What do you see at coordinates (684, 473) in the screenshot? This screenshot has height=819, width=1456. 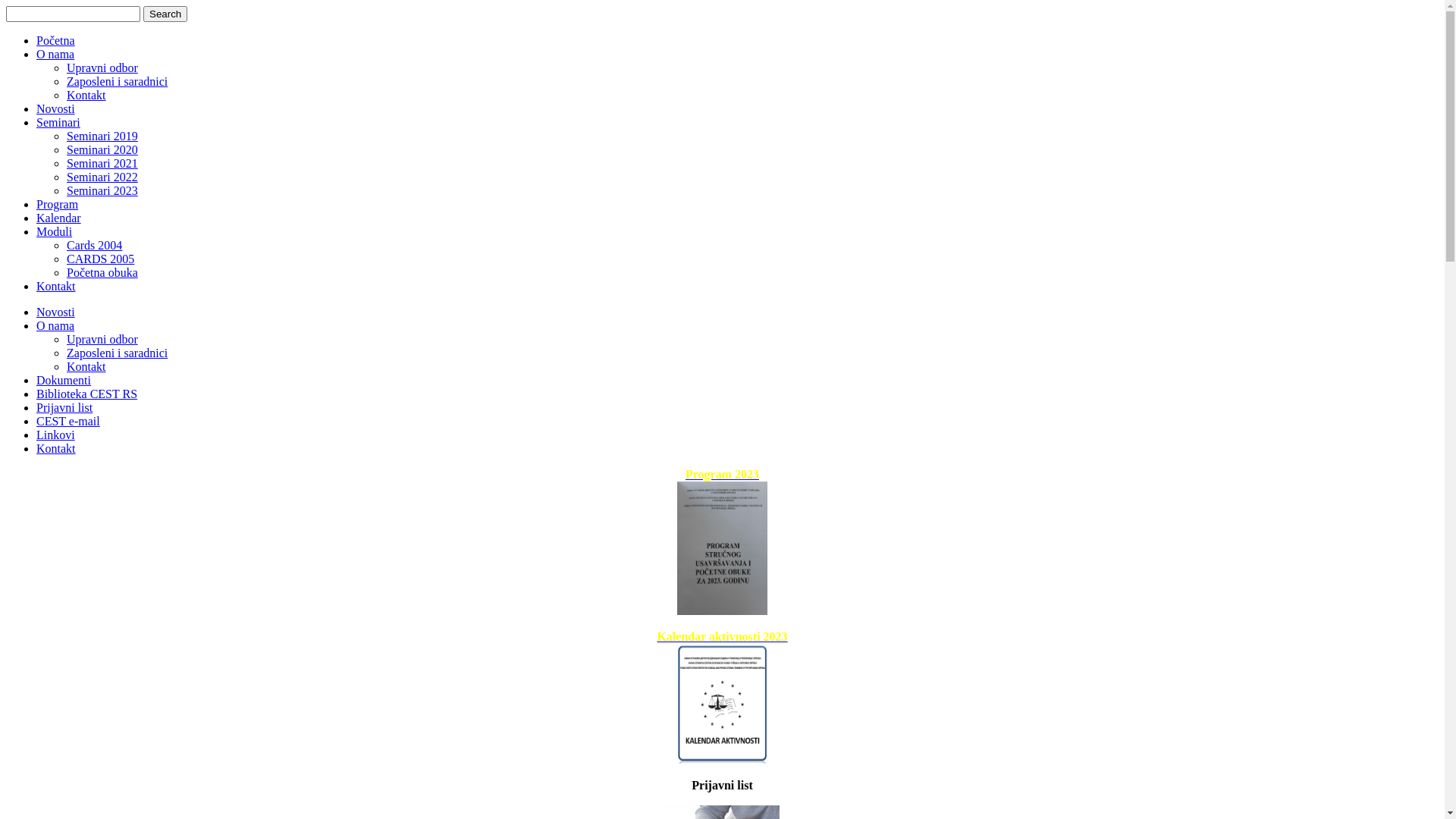 I see `'Program 2023'` at bounding box center [684, 473].